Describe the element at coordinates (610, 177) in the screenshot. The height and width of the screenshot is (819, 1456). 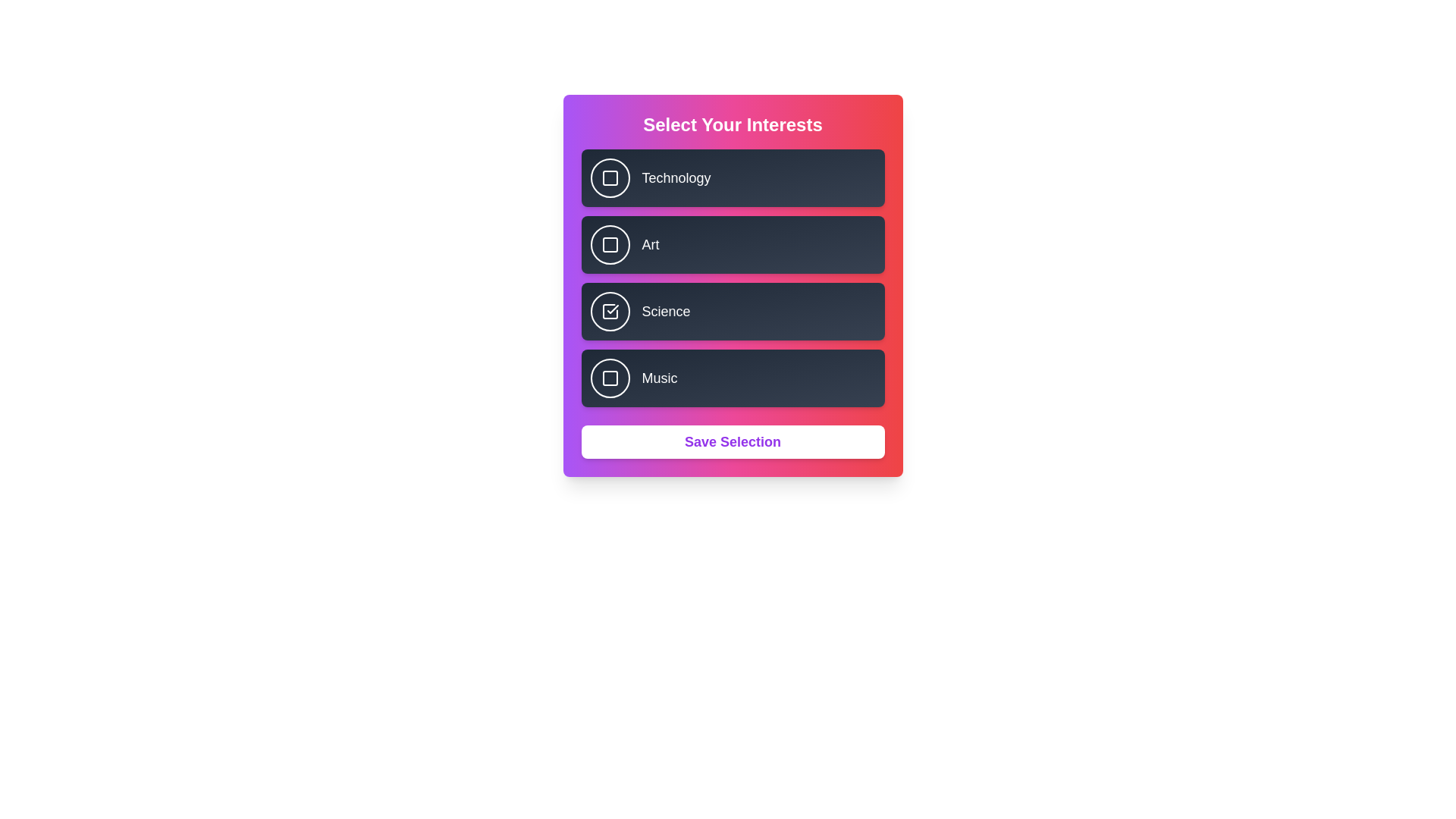
I see `the interest Technology` at that location.